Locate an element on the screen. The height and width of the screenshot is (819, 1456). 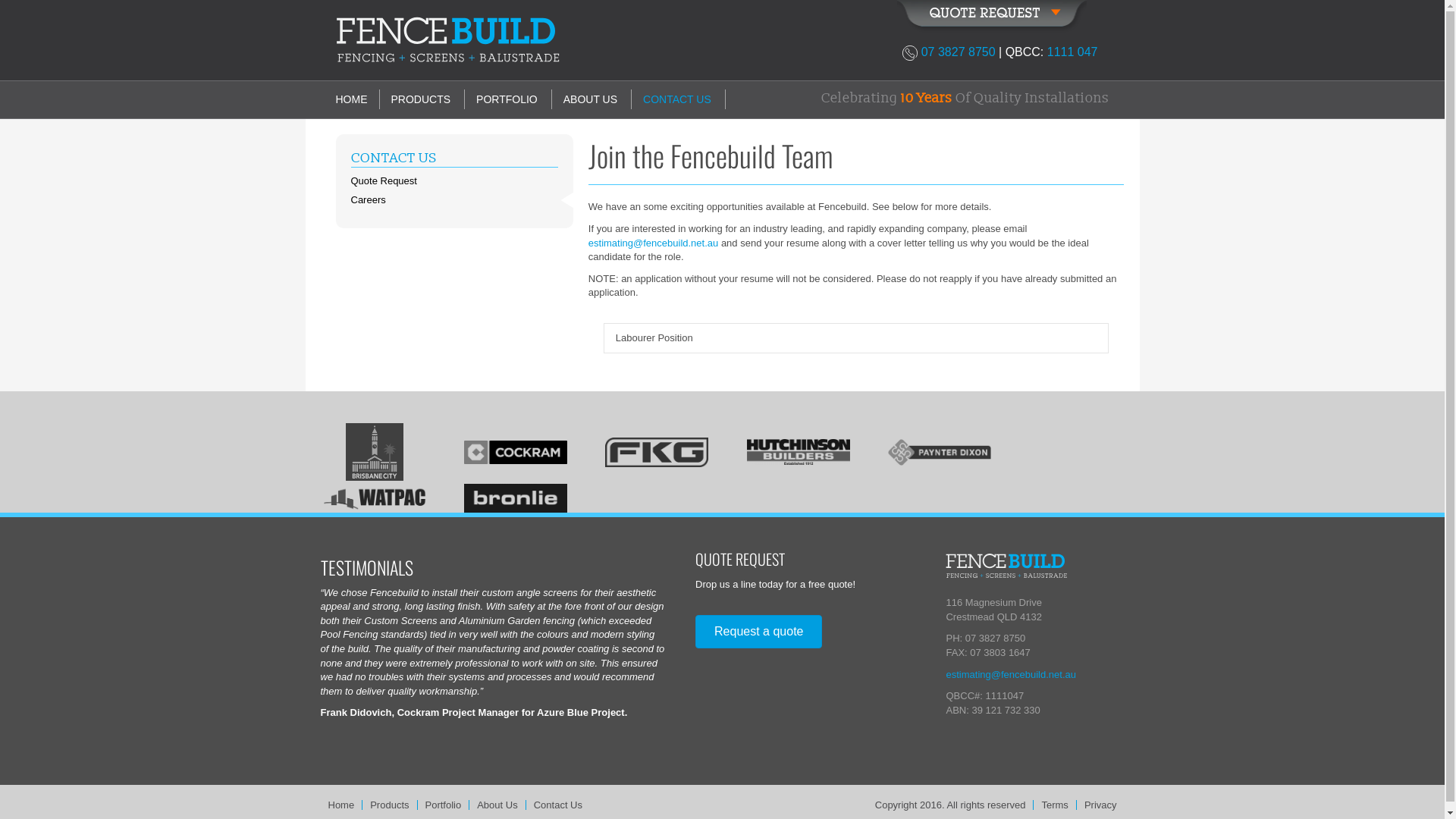
'Privacy' is located at coordinates (1100, 804).